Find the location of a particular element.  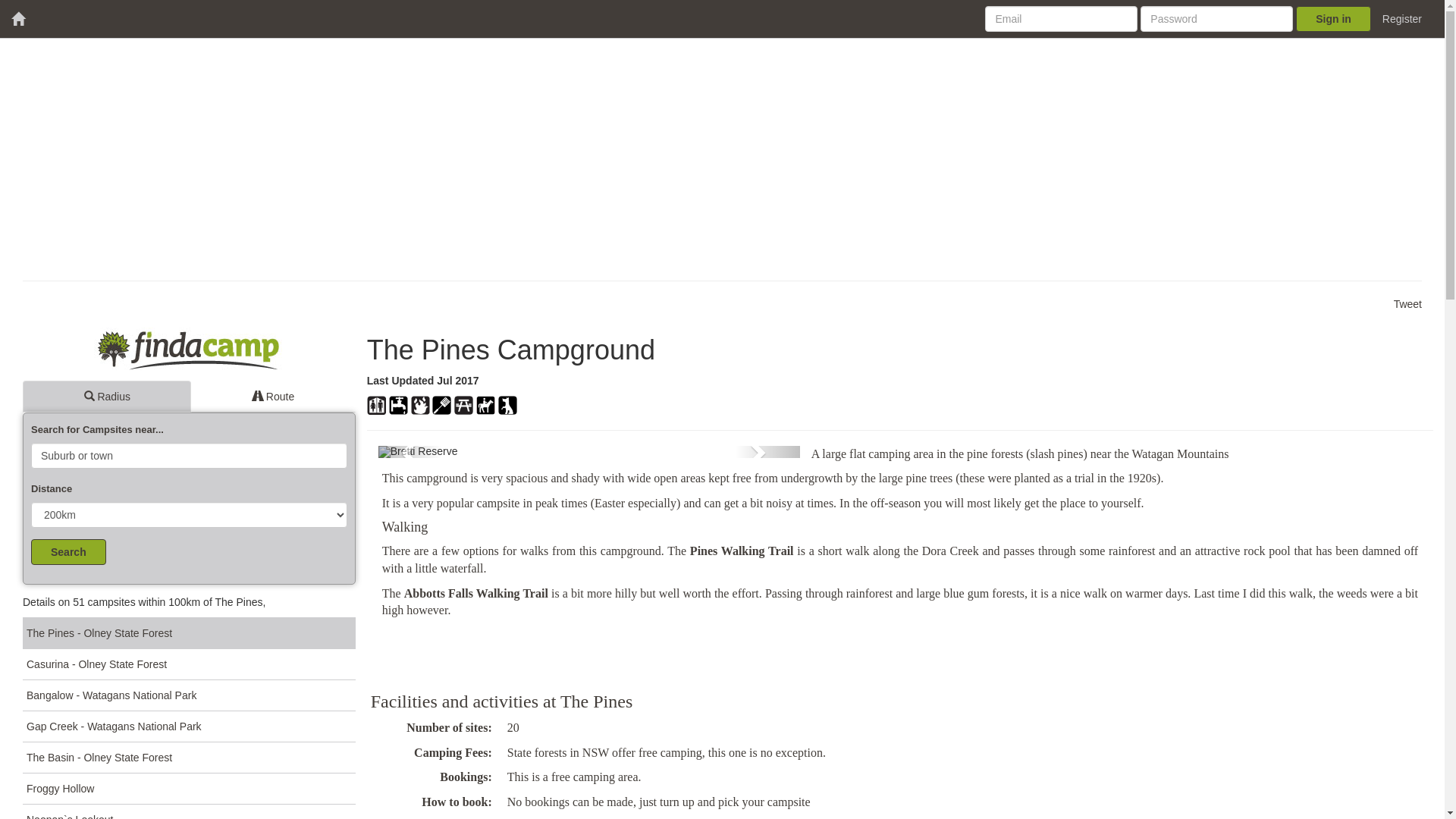

'Next' is located at coordinates (736, 451).